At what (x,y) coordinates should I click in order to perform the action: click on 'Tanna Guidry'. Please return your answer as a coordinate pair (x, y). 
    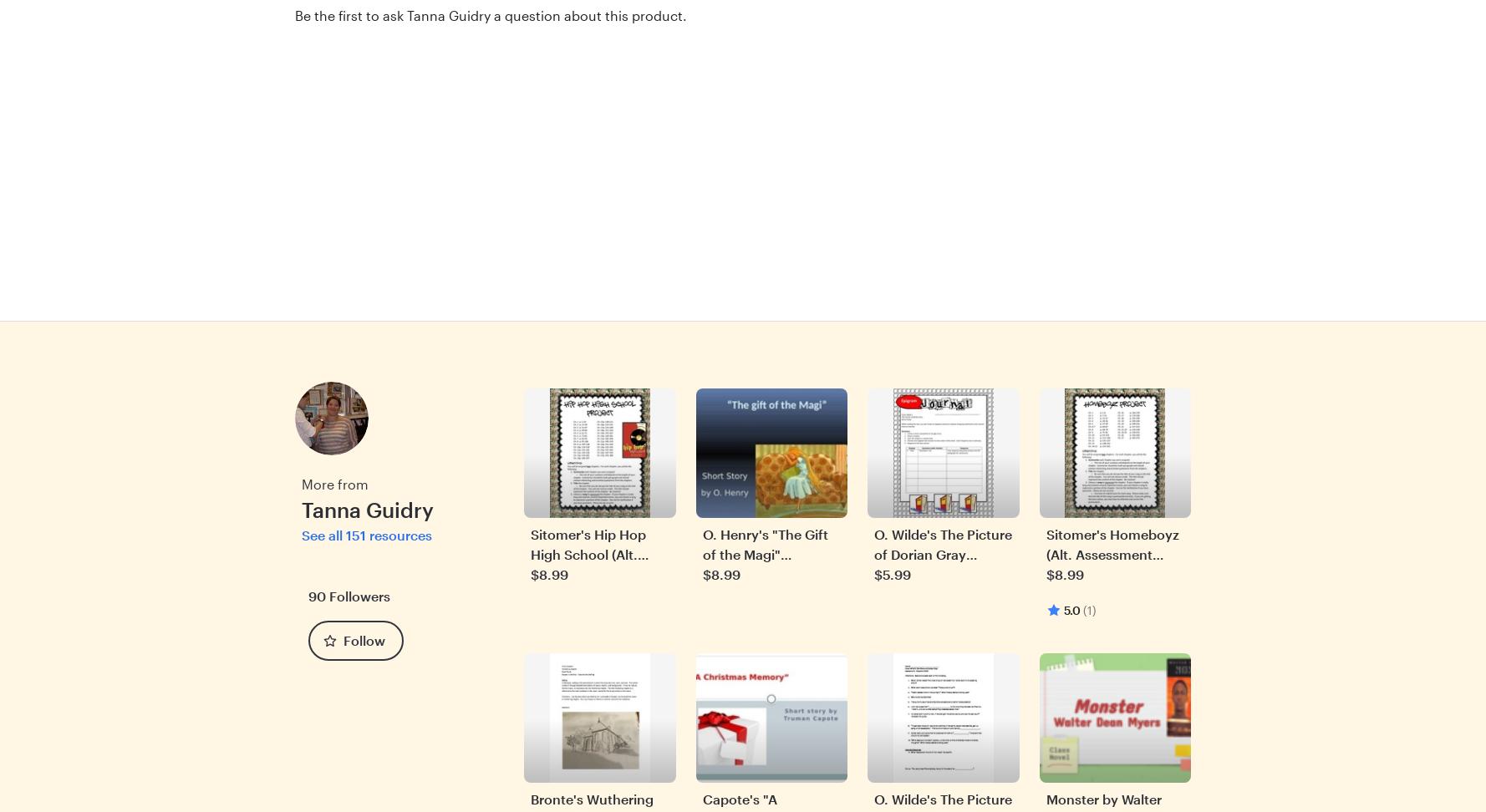
    Looking at the image, I should click on (300, 508).